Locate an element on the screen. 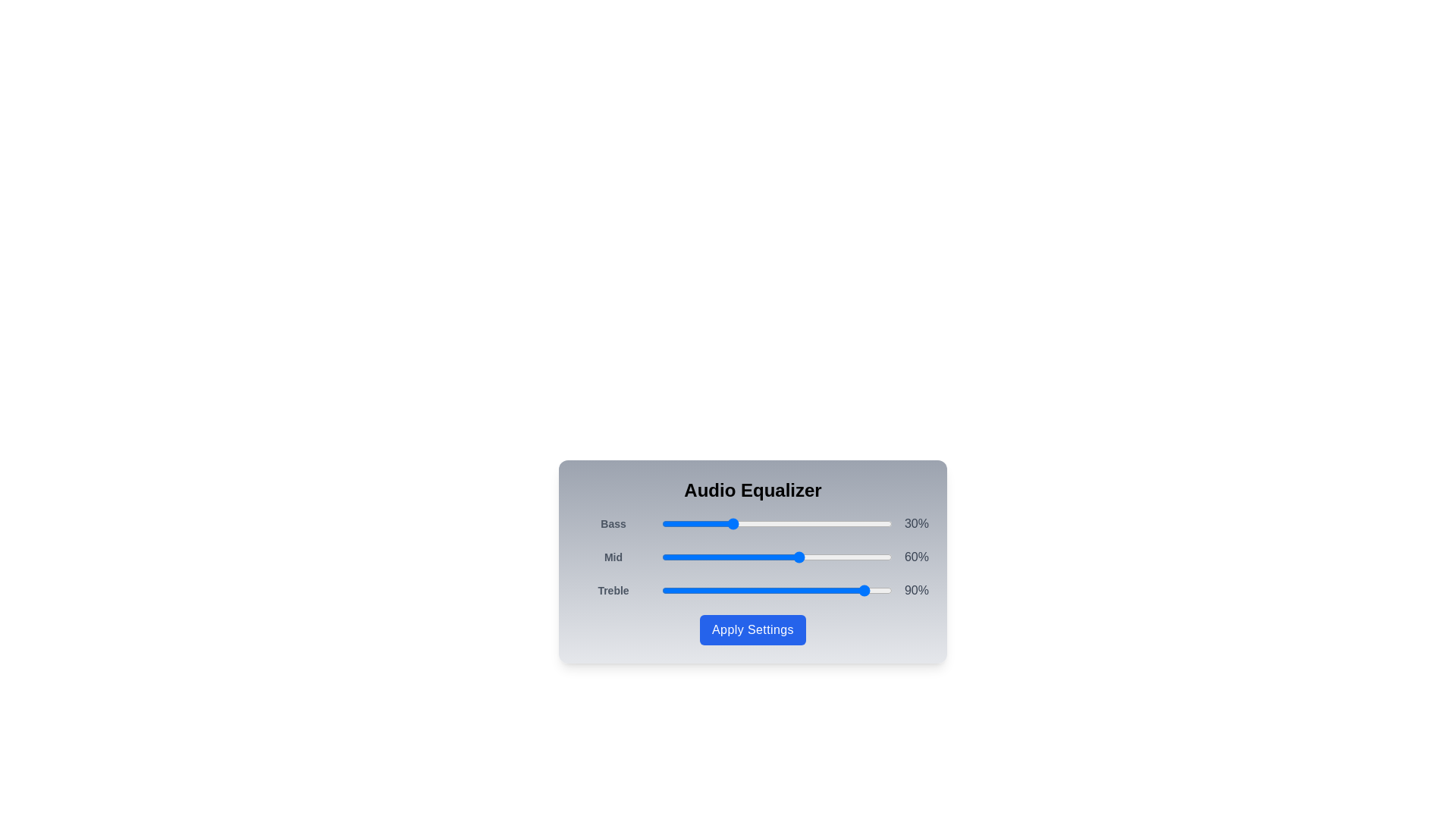  the 'Treble' slider to 96% is located at coordinates (883, 590).